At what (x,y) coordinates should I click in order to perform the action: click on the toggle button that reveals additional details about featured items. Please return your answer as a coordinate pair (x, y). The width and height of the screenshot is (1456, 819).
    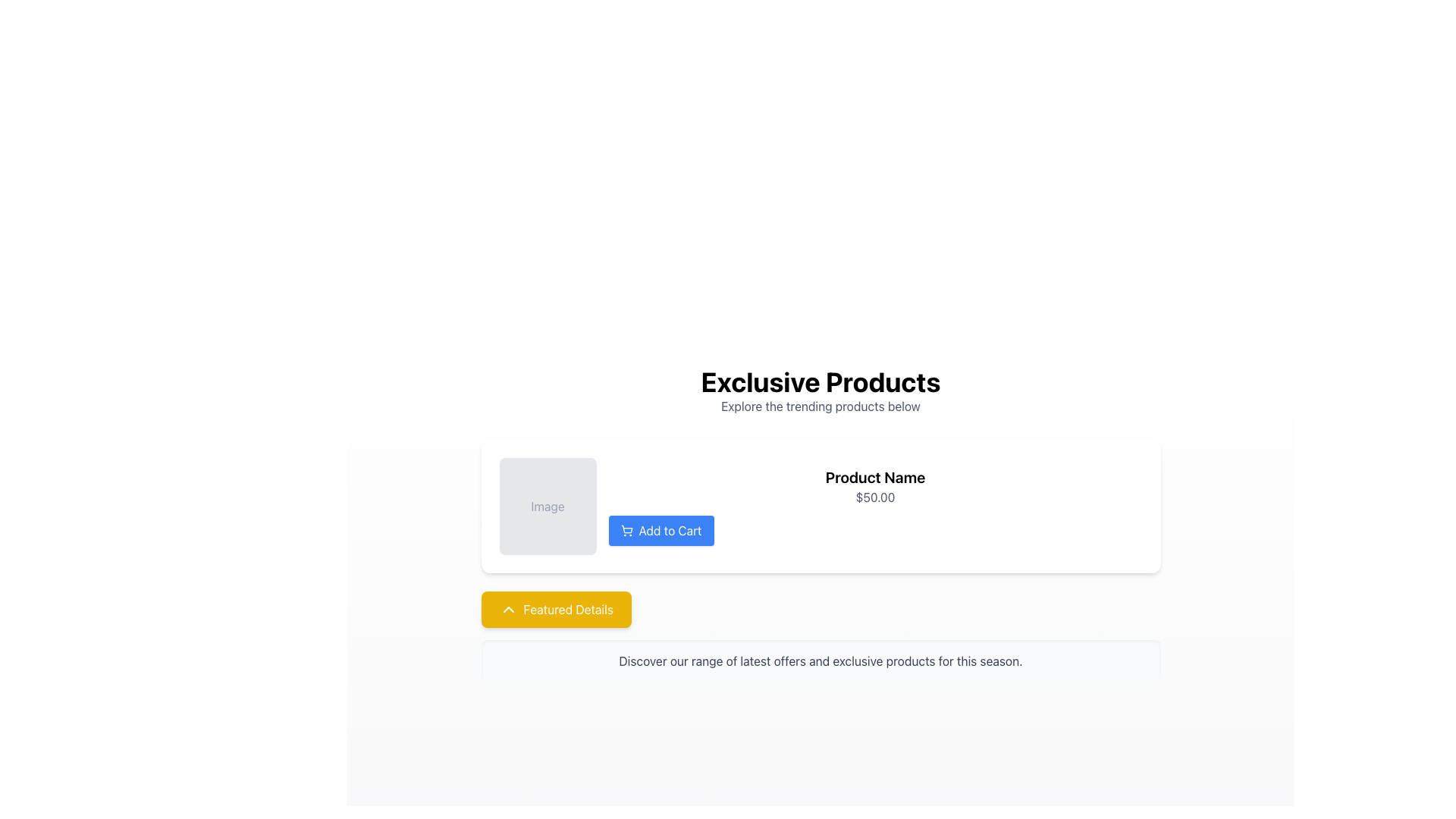
    Looking at the image, I should click on (555, 608).